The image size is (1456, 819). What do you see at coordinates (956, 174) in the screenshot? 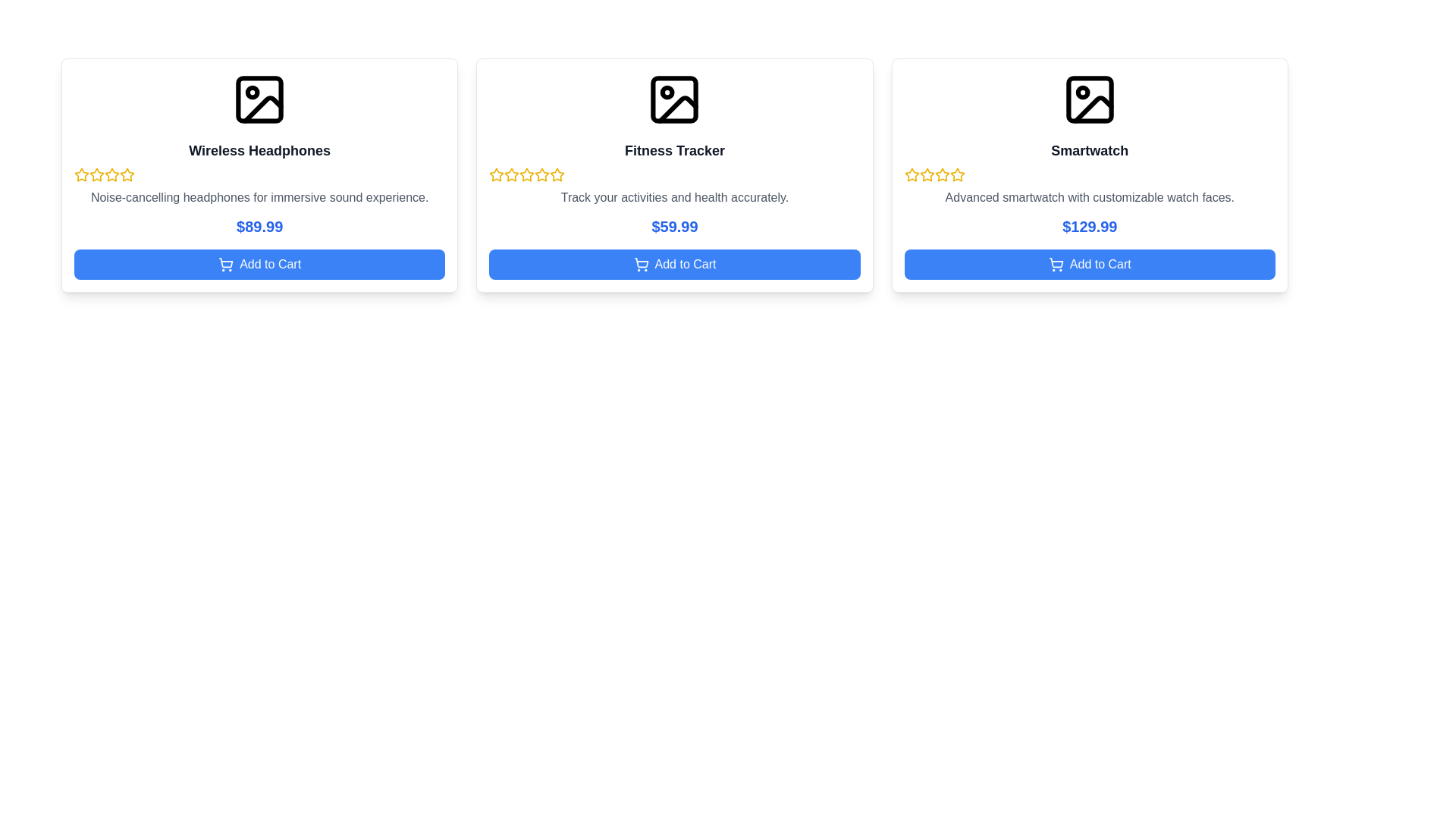
I see `the fifth star icon in the star rating component of the 'Smartwatch' card` at bounding box center [956, 174].